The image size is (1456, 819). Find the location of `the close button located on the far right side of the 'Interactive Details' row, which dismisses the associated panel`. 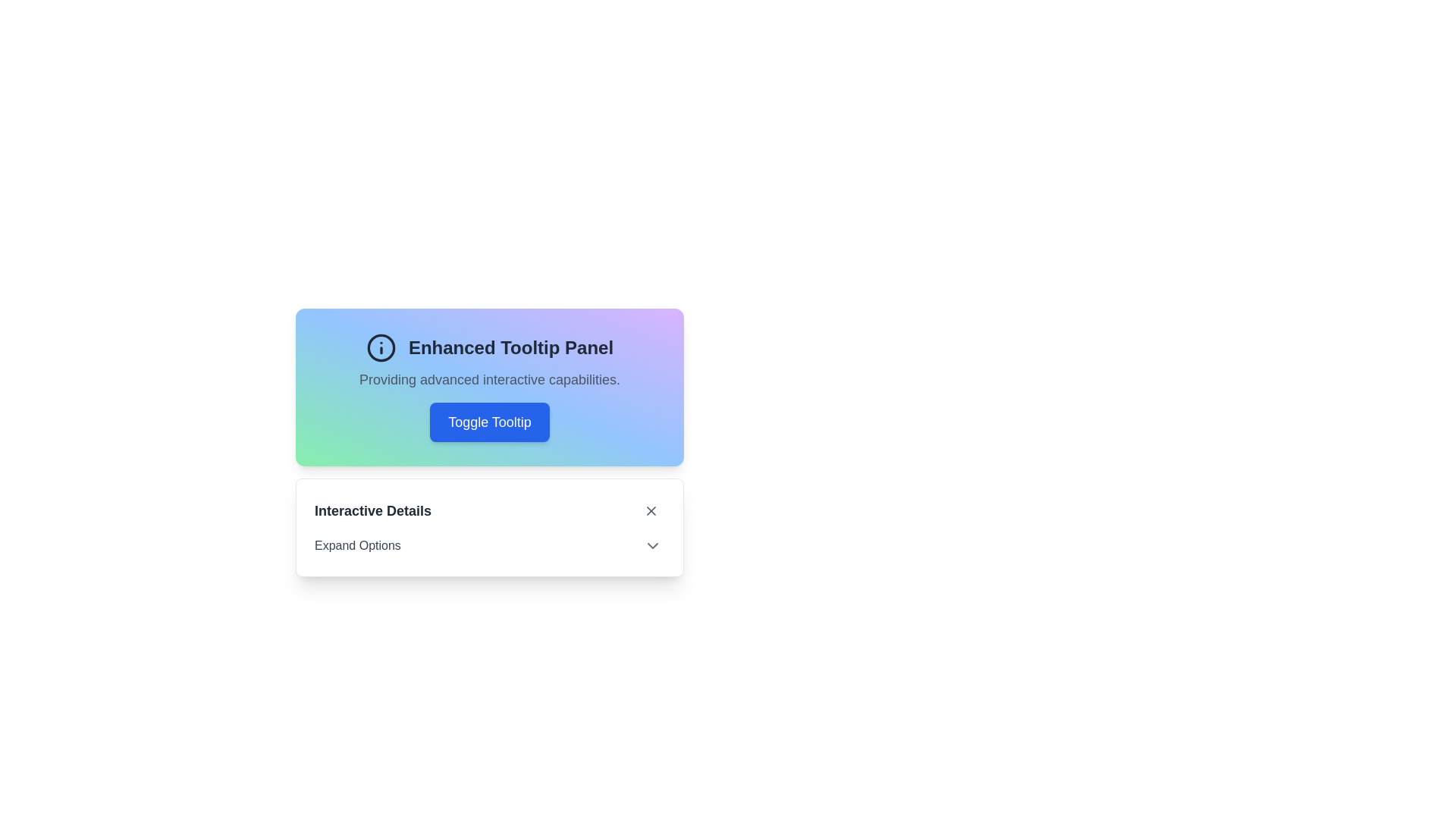

the close button located on the far right side of the 'Interactive Details' row, which dismisses the associated panel is located at coordinates (651, 511).